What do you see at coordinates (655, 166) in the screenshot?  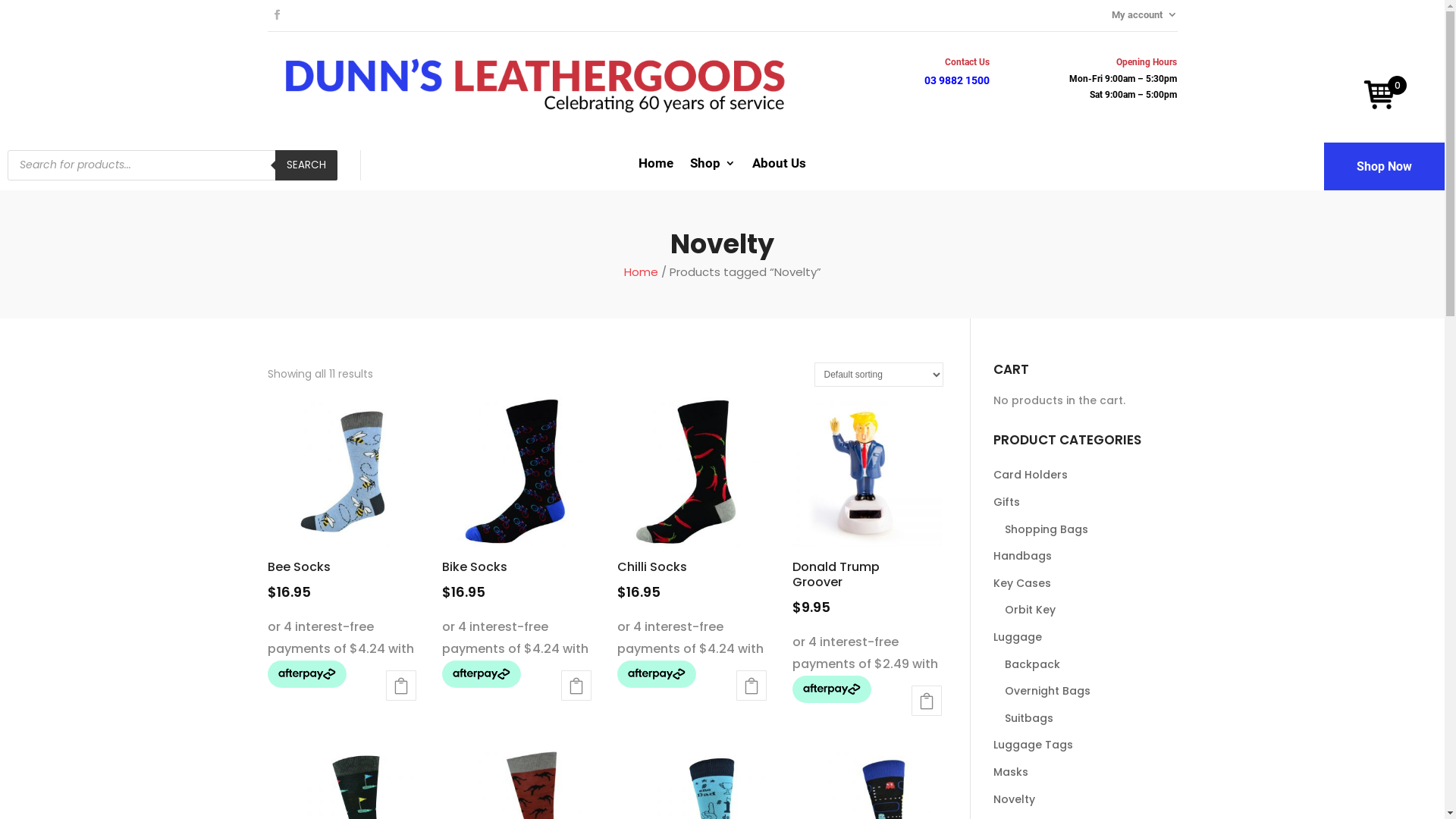 I see `'Home'` at bounding box center [655, 166].